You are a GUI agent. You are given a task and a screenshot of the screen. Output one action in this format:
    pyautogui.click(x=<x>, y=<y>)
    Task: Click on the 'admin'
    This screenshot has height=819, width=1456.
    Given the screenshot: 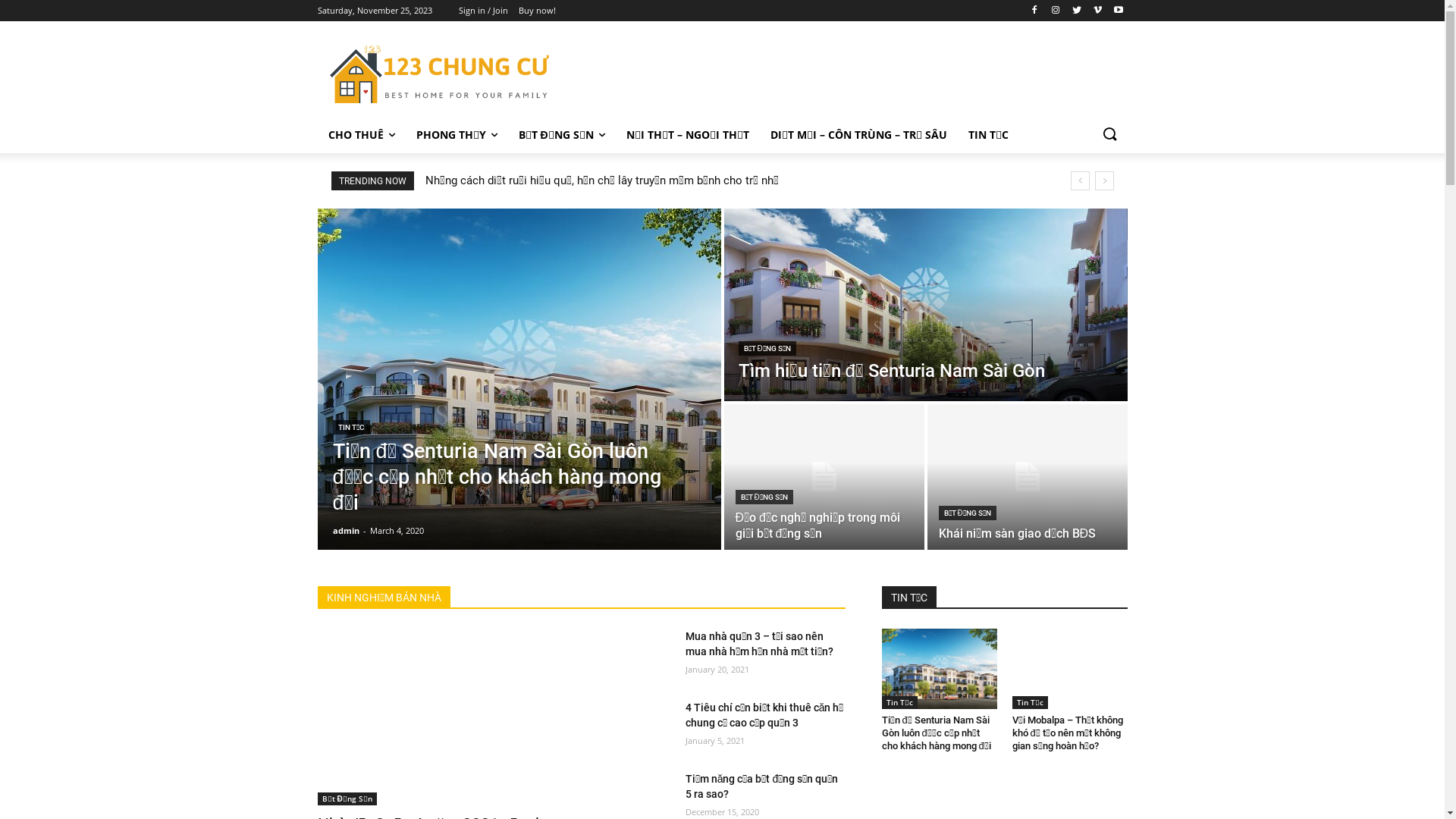 What is the action you would take?
    pyautogui.click(x=344, y=529)
    